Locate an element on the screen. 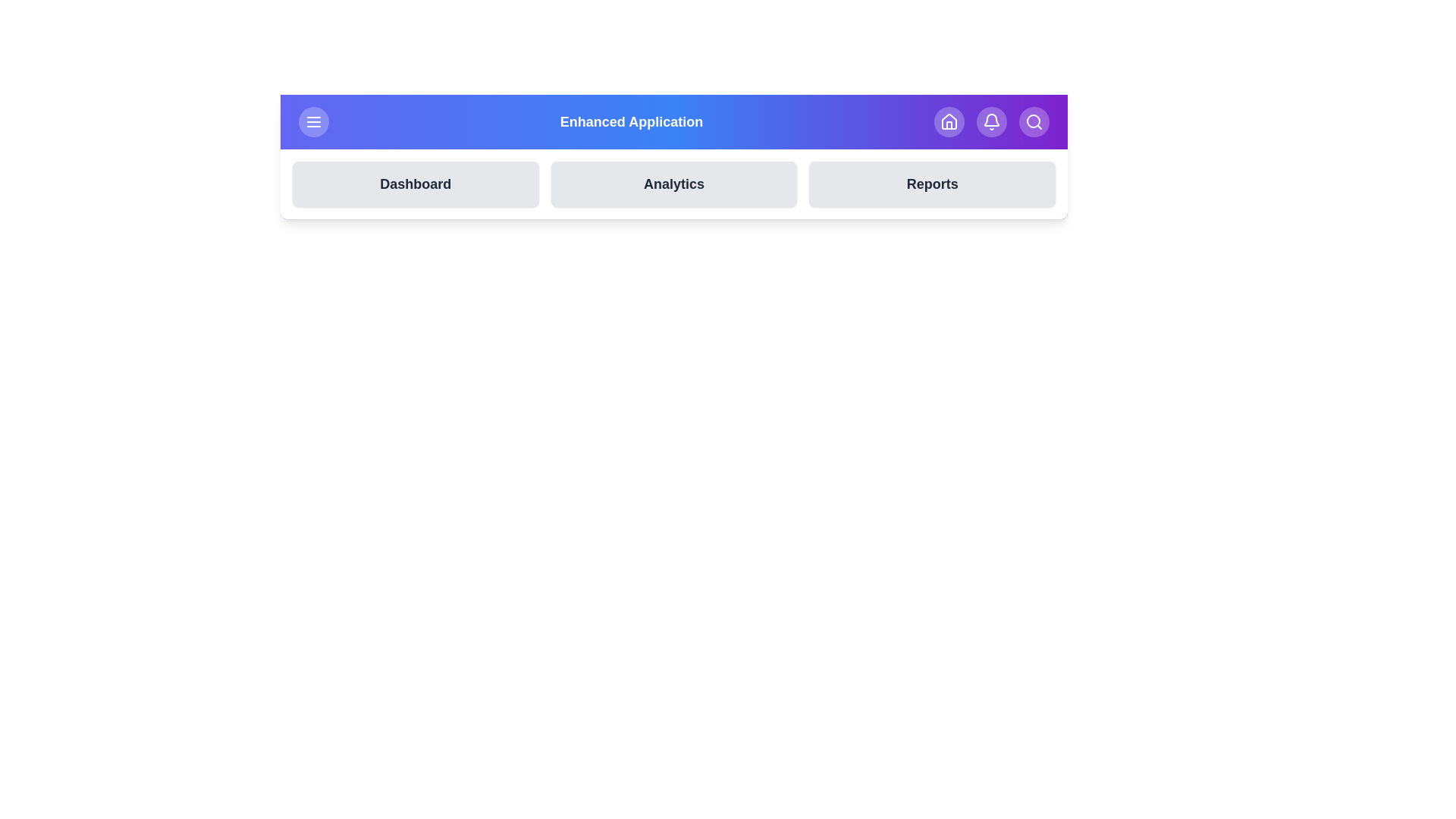 This screenshot has height=819, width=1456. the button labeled Analytics to observe the visual feedback is located at coordinates (673, 184).